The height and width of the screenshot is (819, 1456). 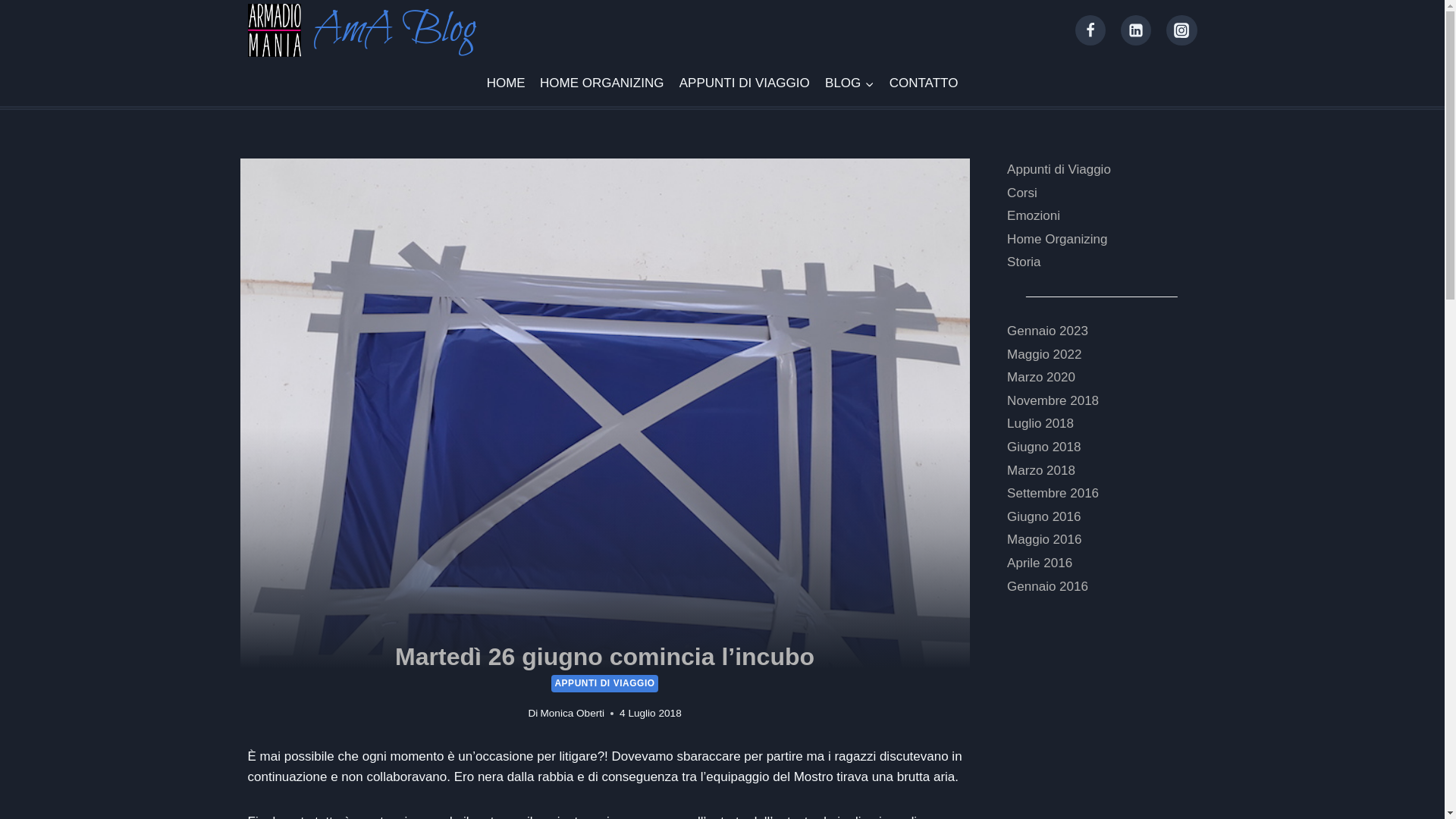 I want to click on 'HOME ORGANIZING', so click(x=601, y=83).